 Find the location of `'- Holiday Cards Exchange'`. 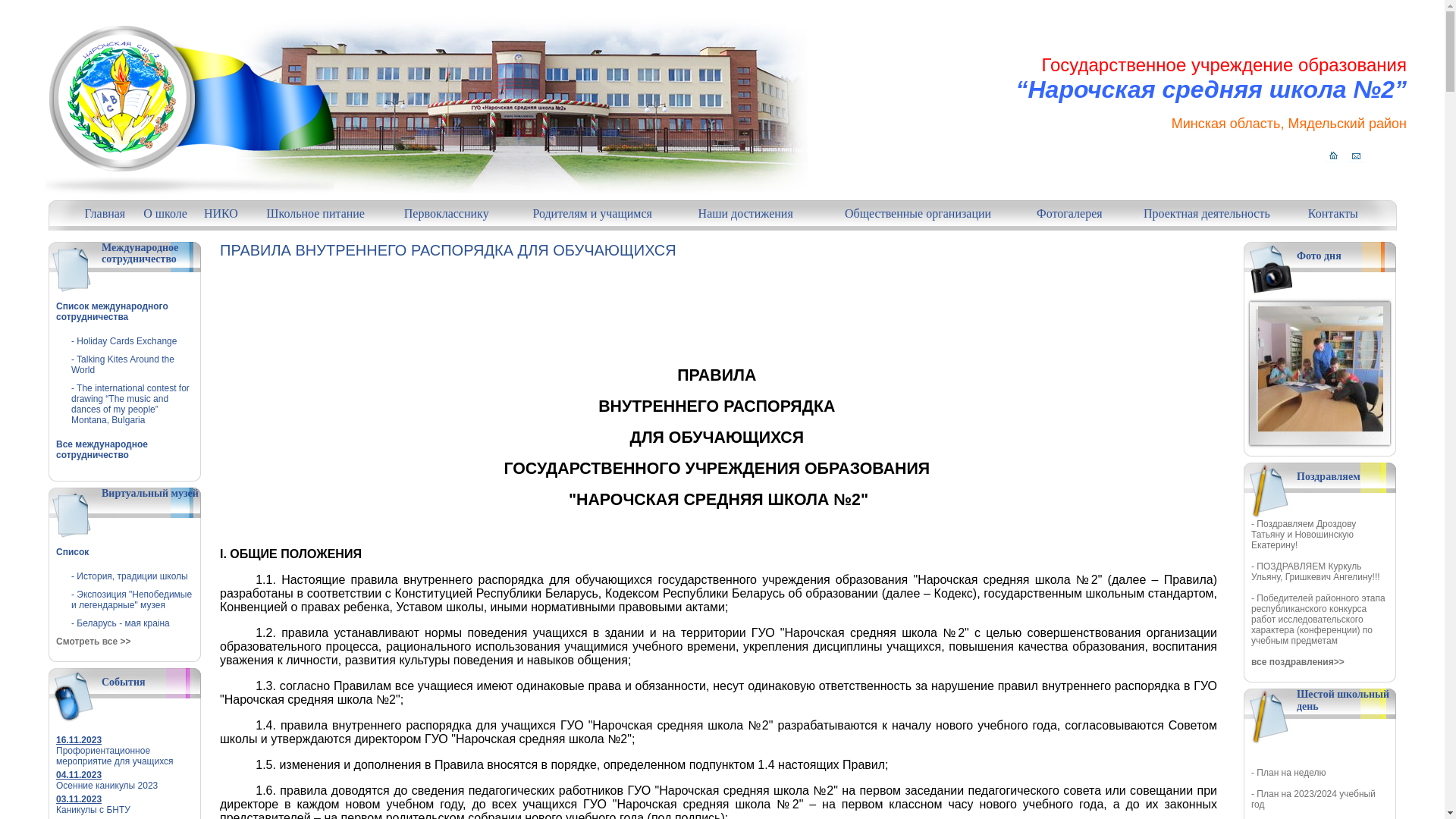

'- Holiday Cards Exchange' is located at coordinates (124, 341).